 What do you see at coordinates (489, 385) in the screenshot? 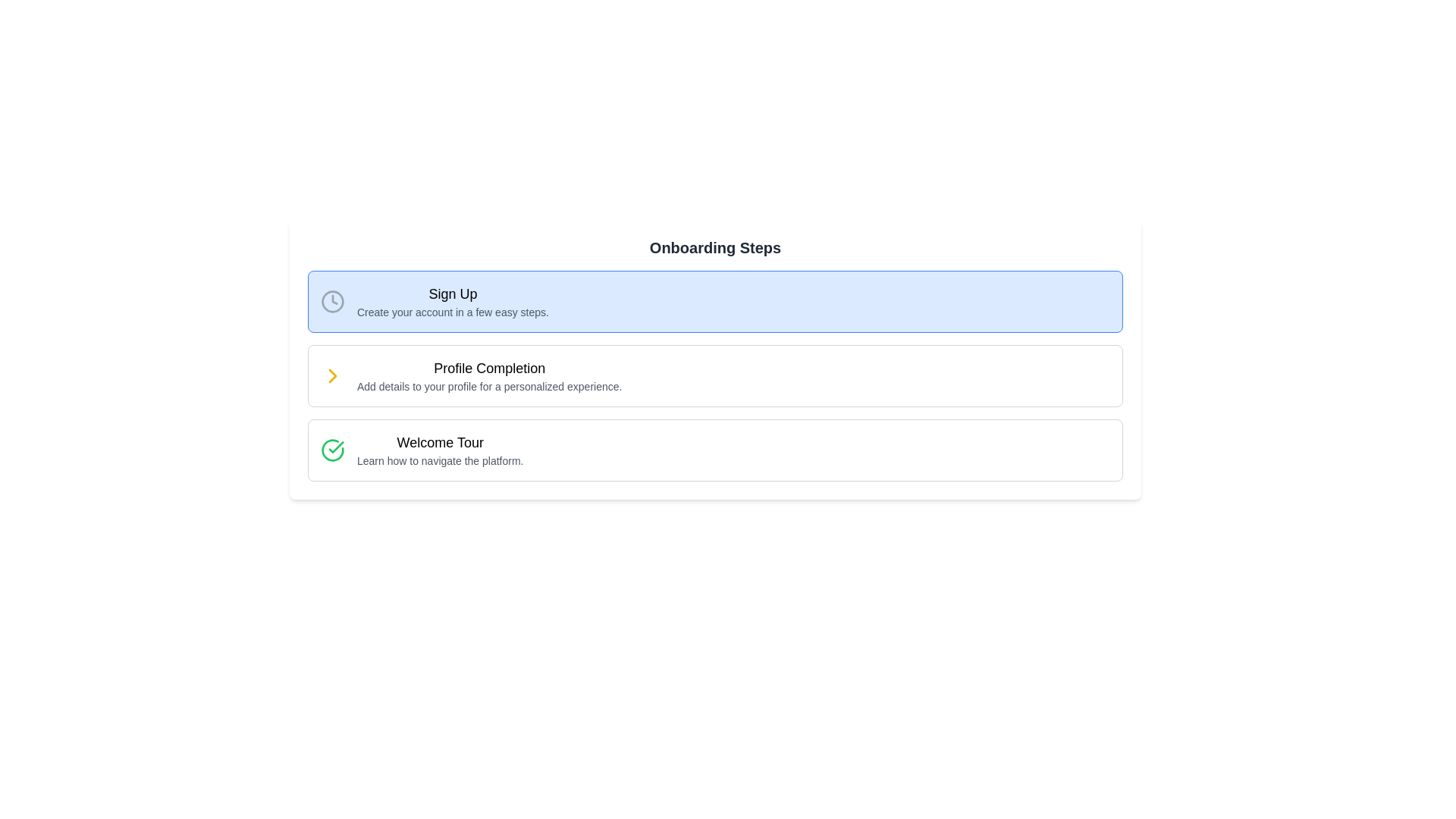
I see `information displayed in the text element that says 'Add details to your profile for a personalized experience.' located below the 'Profile Completion' header in the onboarding steps` at bounding box center [489, 385].